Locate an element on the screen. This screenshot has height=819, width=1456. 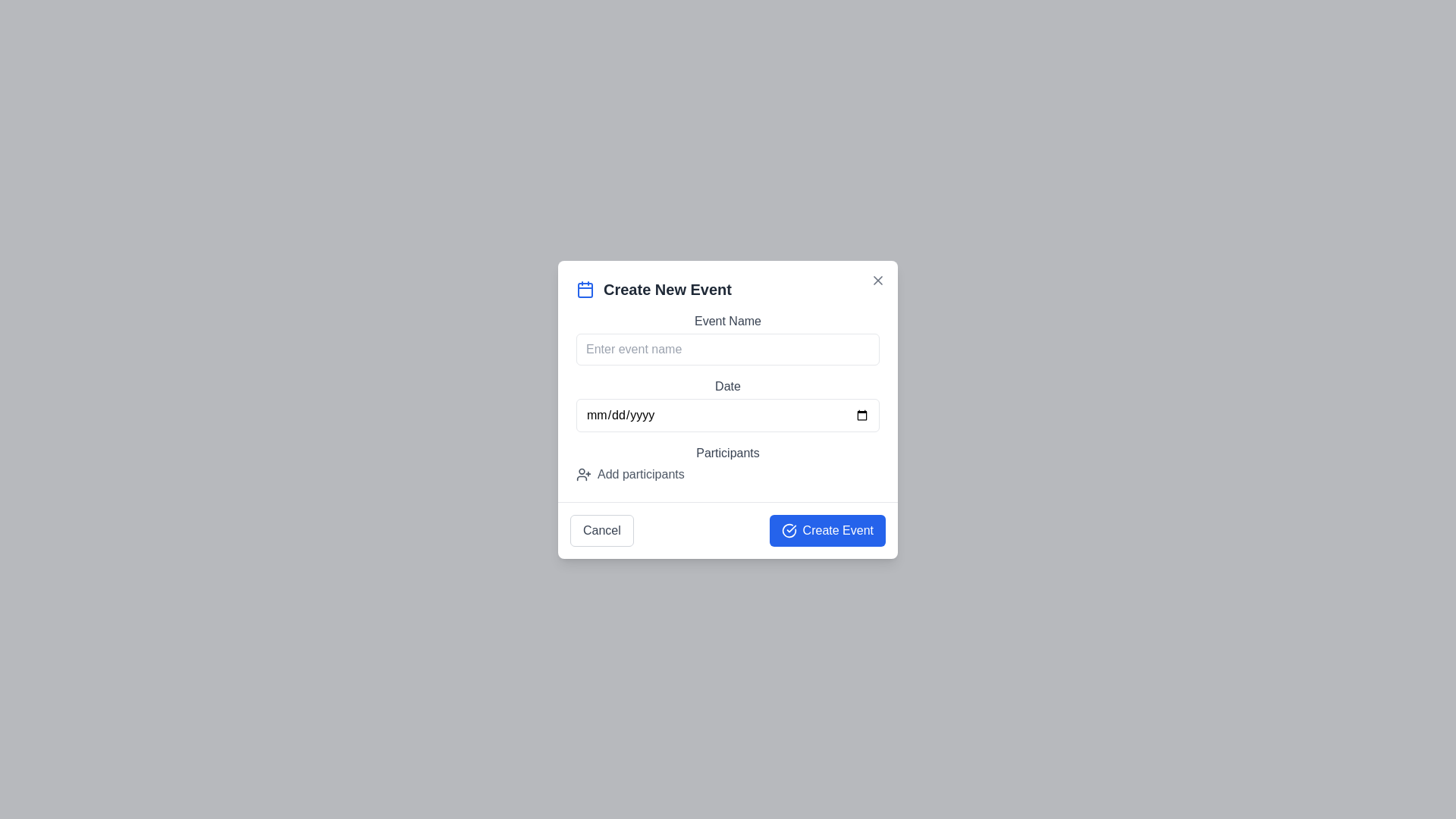
the 'Date' label, which is displayed in a medium-weighted gray font and positioned centrally above the date input field is located at coordinates (728, 385).